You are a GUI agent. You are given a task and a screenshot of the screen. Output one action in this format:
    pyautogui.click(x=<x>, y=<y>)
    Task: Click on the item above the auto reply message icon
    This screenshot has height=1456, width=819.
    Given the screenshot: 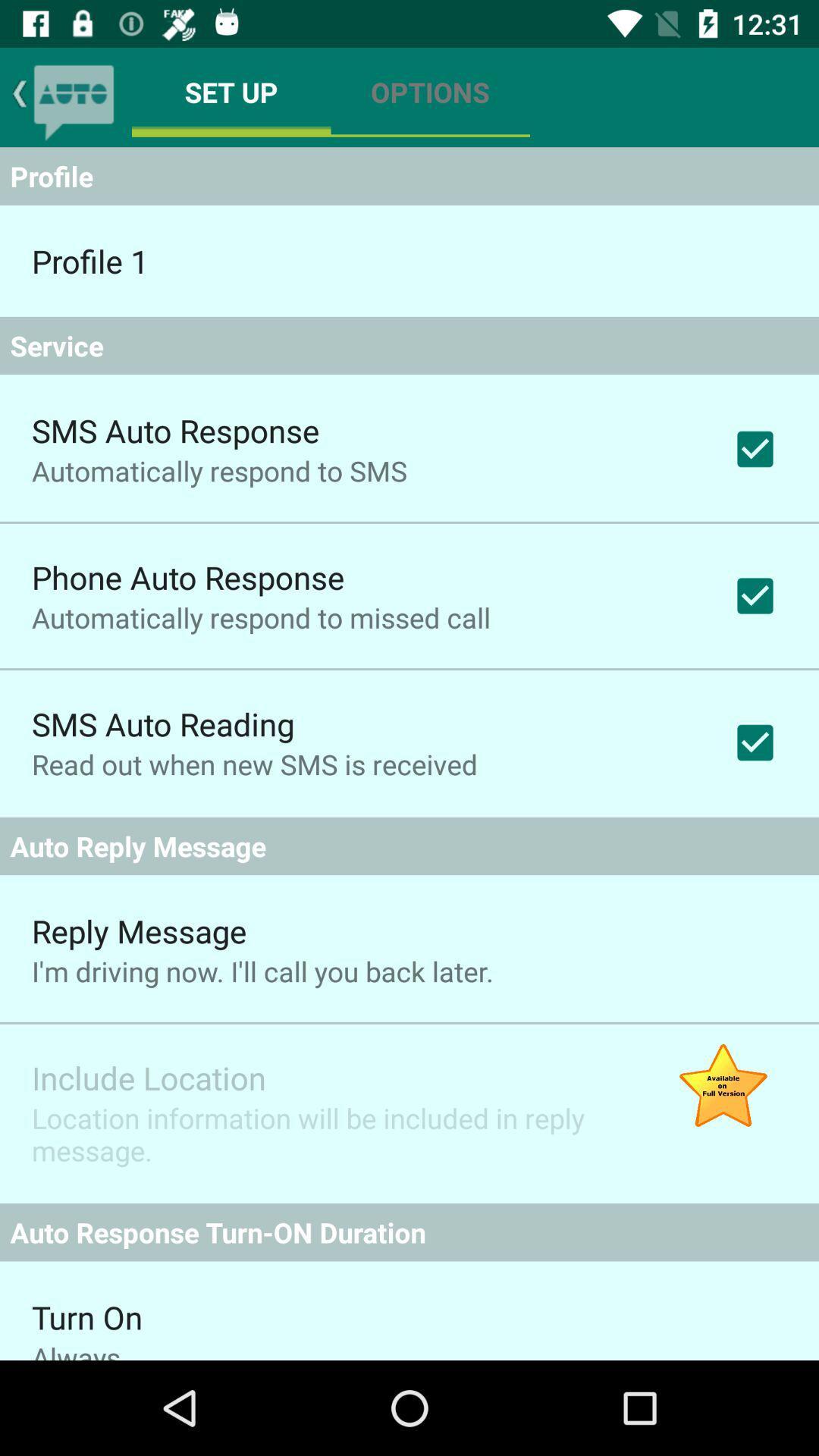 What is the action you would take?
    pyautogui.click(x=253, y=764)
    